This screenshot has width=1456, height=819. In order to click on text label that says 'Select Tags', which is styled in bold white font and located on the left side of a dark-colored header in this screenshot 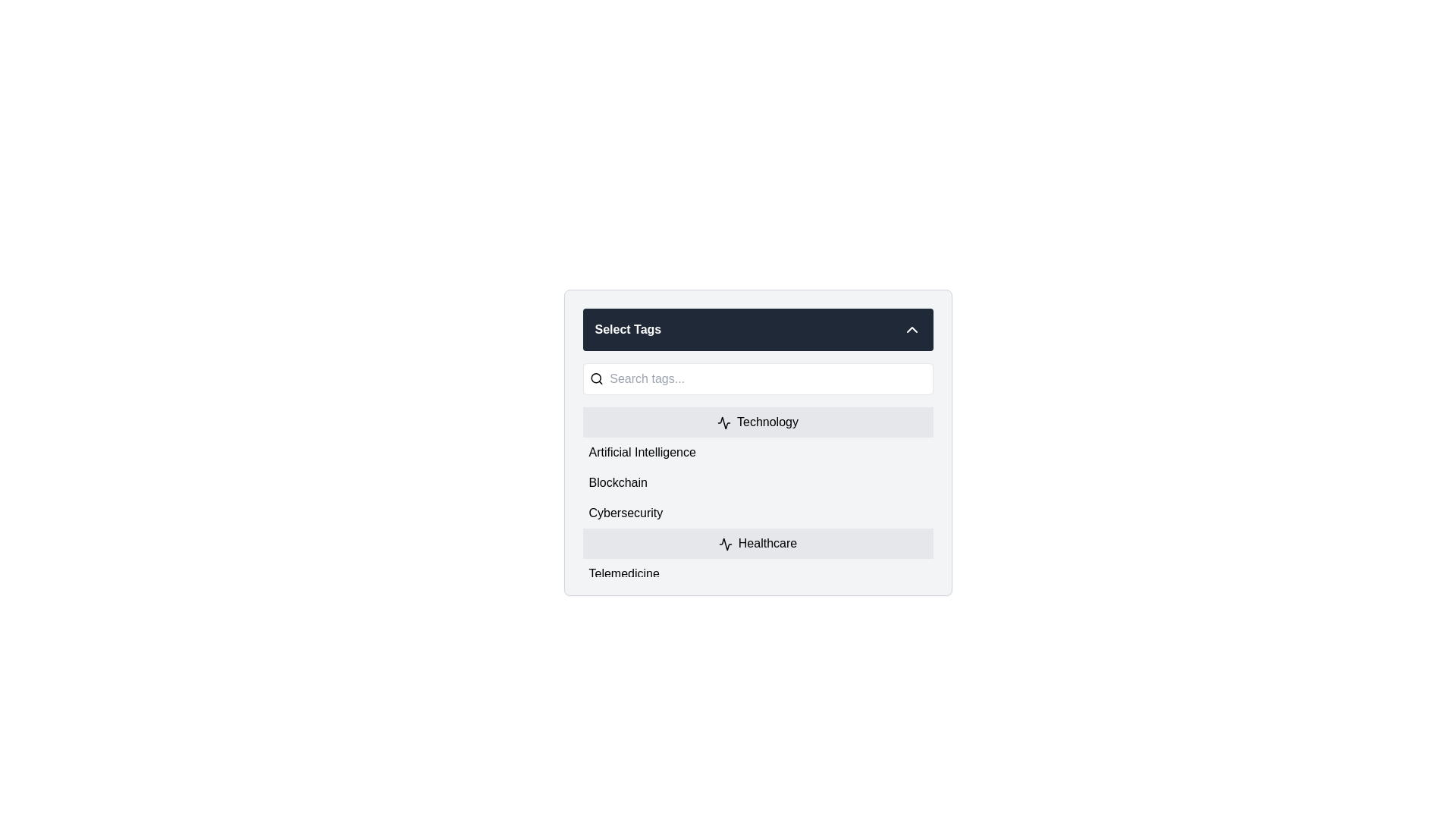, I will do `click(628, 329)`.